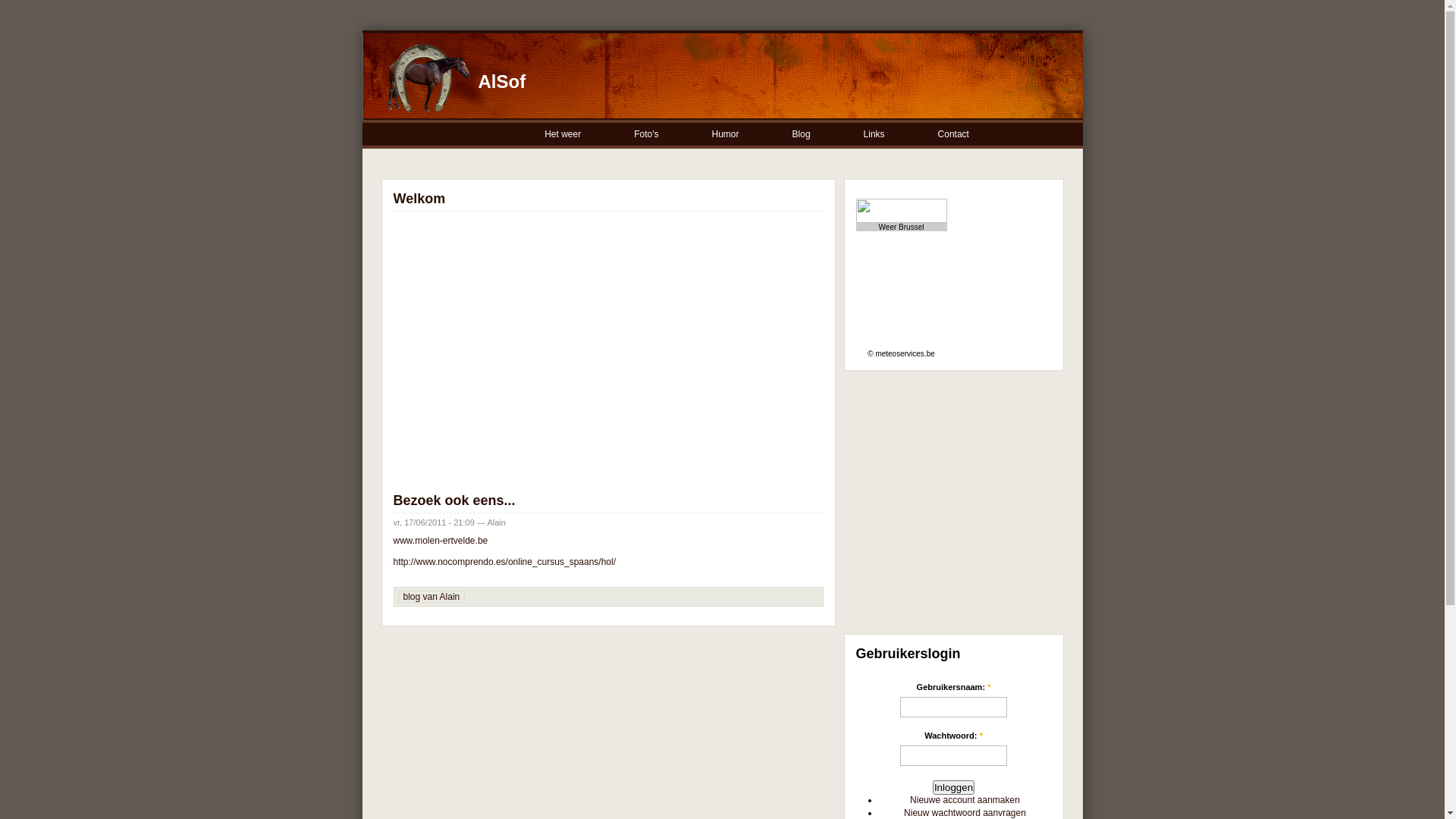  Describe the element at coordinates (431, 595) in the screenshot. I see `'blog van Alain'` at that location.